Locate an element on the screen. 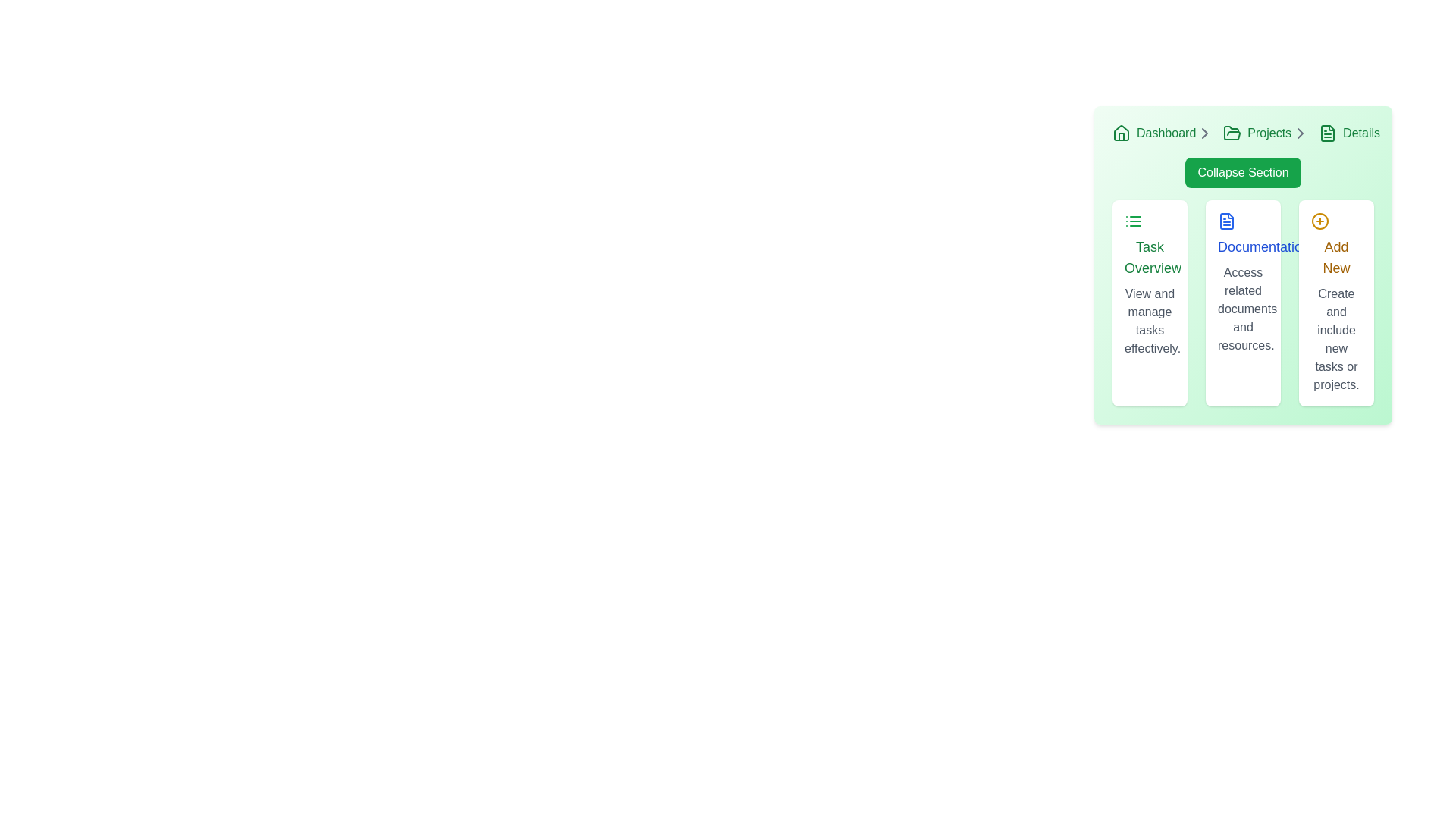  the 'Projects' icon in the breadcrumb navigation, which is positioned between the 'Dashboard' and 'Details' links is located at coordinates (1232, 133).